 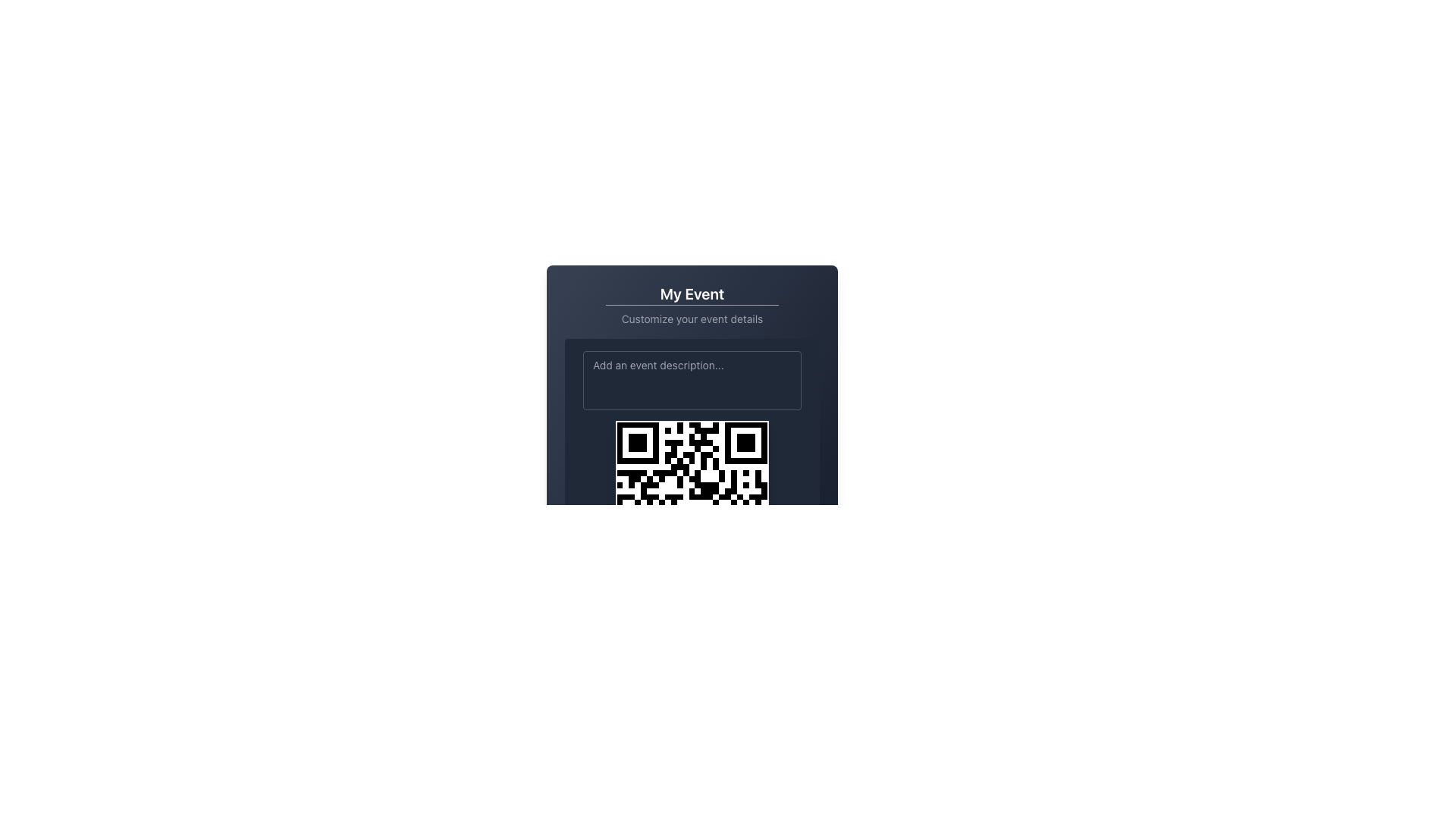 What do you see at coordinates (691, 318) in the screenshot?
I see `the Text Label that provides descriptive instructions related to event customization, positioned below the 'My Event' title label` at bounding box center [691, 318].